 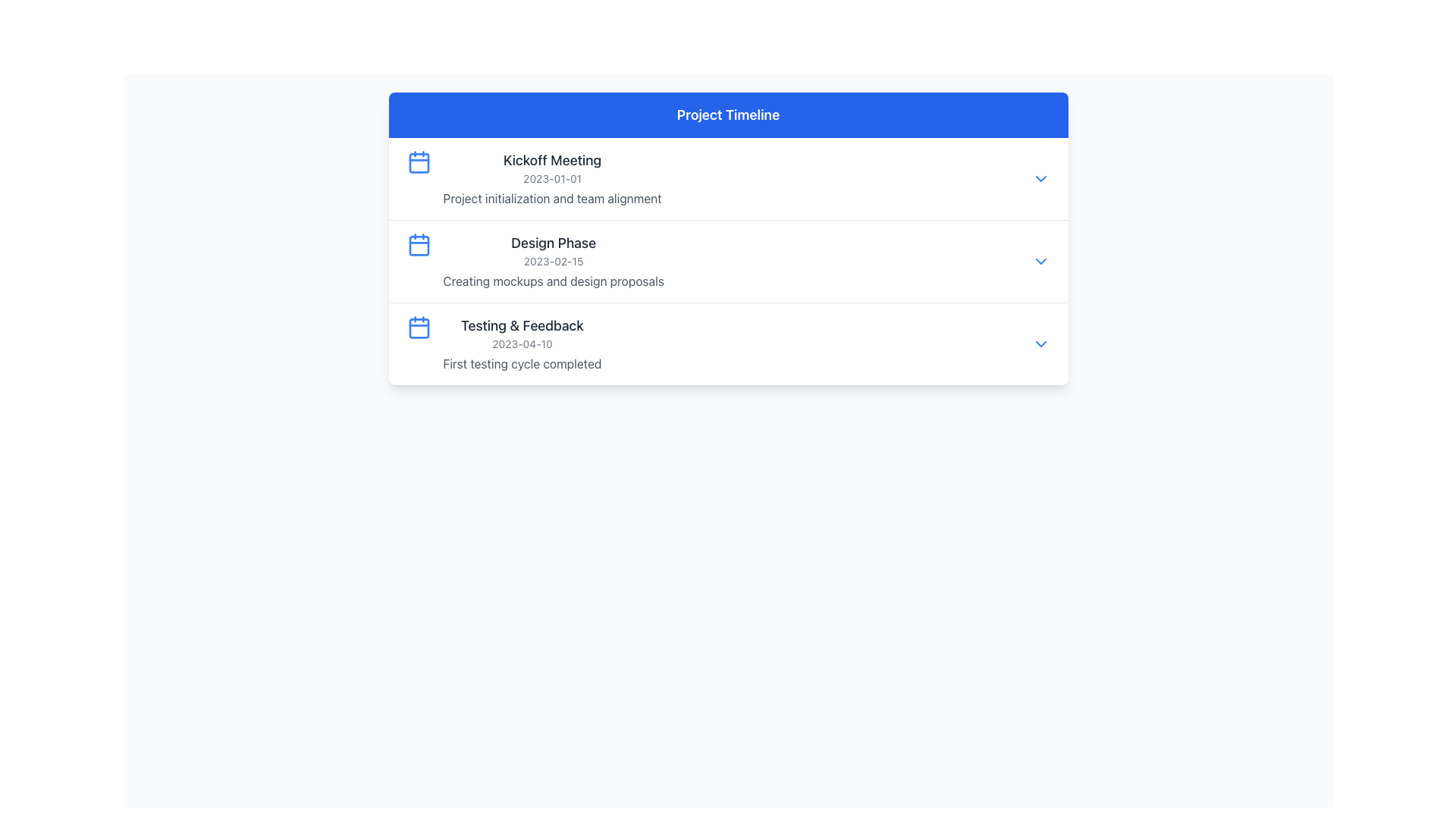 What do you see at coordinates (553, 242) in the screenshot?
I see `the Text Label that serves as a heading for the second entry of the timeline, positioned above the text '2023-02-15'` at bounding box center [553, 242].